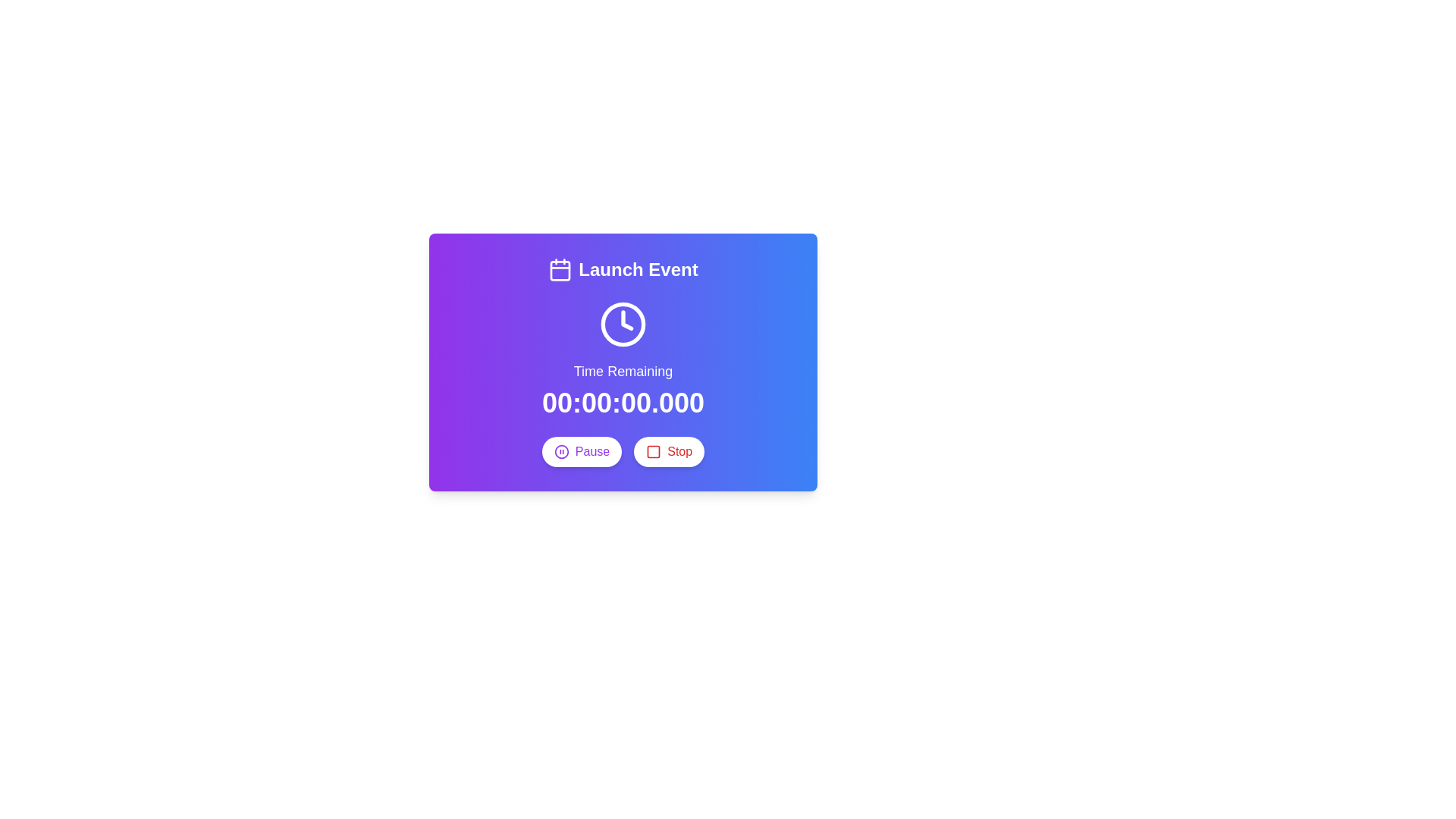  I want to click on the bold, large-sized text element displaying '00:00:00.000', which is centrally located within a visually distinct card with a gradient background, positioned below the subtitle 'Time Remaining' and a clock icon, so click(623, 403).